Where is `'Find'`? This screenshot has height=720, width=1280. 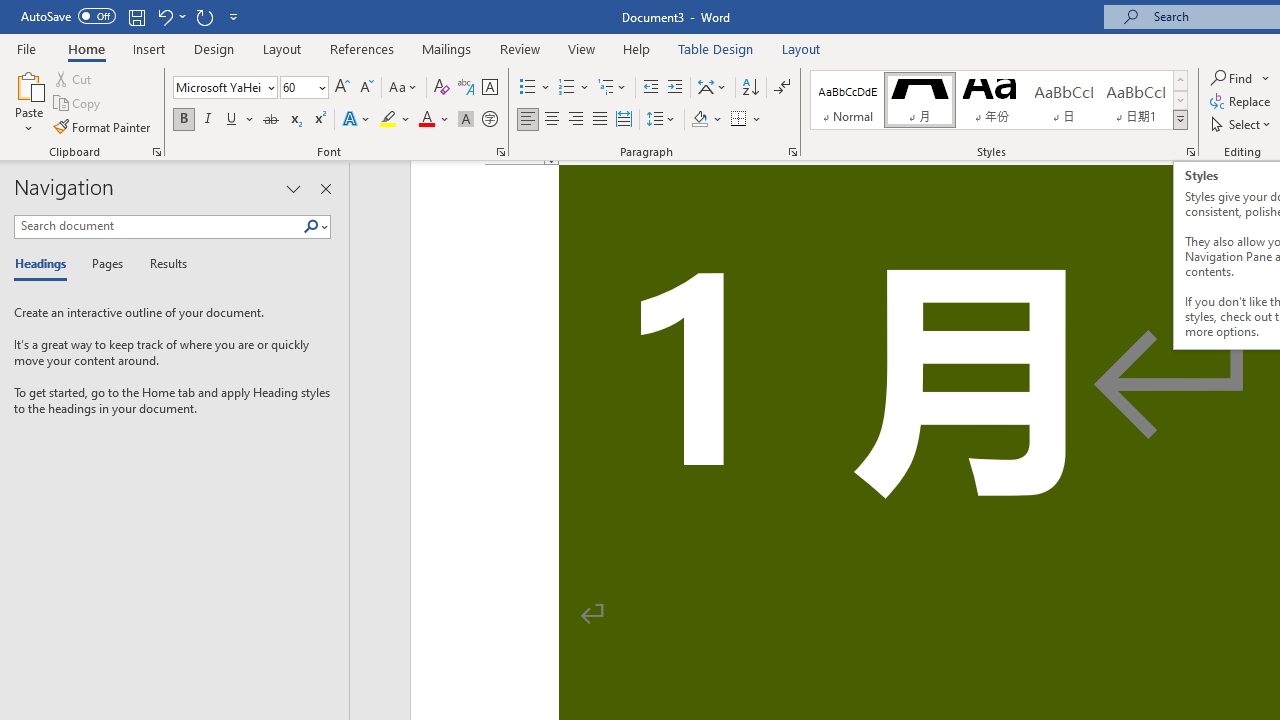
'Find' is located at coordinates (1239, 77).